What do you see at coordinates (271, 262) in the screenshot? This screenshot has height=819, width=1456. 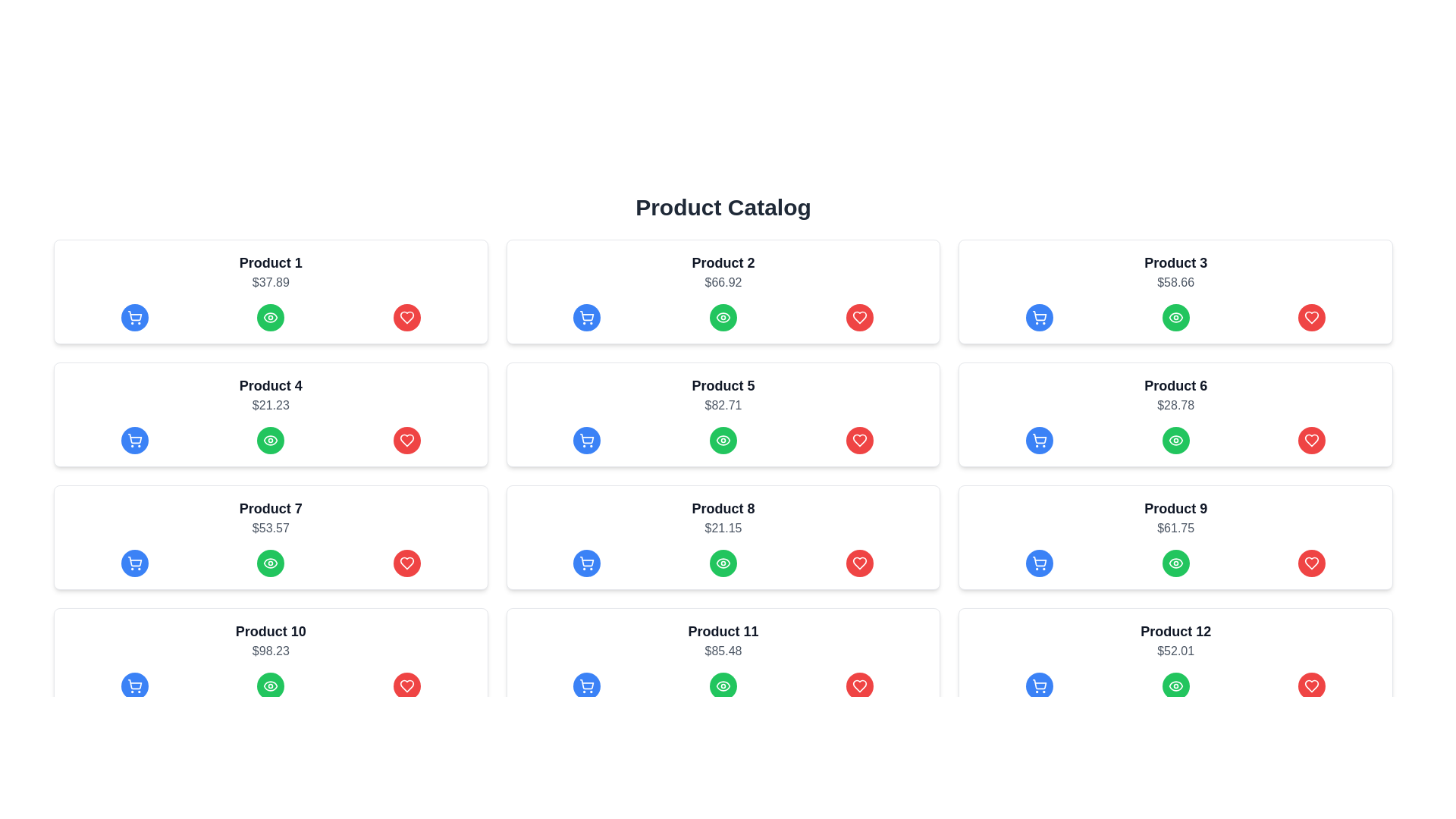 I see `the text label displaying 'Product 1', which is styled with a large, bold, dark gray font against a white background, located in the top-left product card of the grid layout` at bounding box center [271, 262].